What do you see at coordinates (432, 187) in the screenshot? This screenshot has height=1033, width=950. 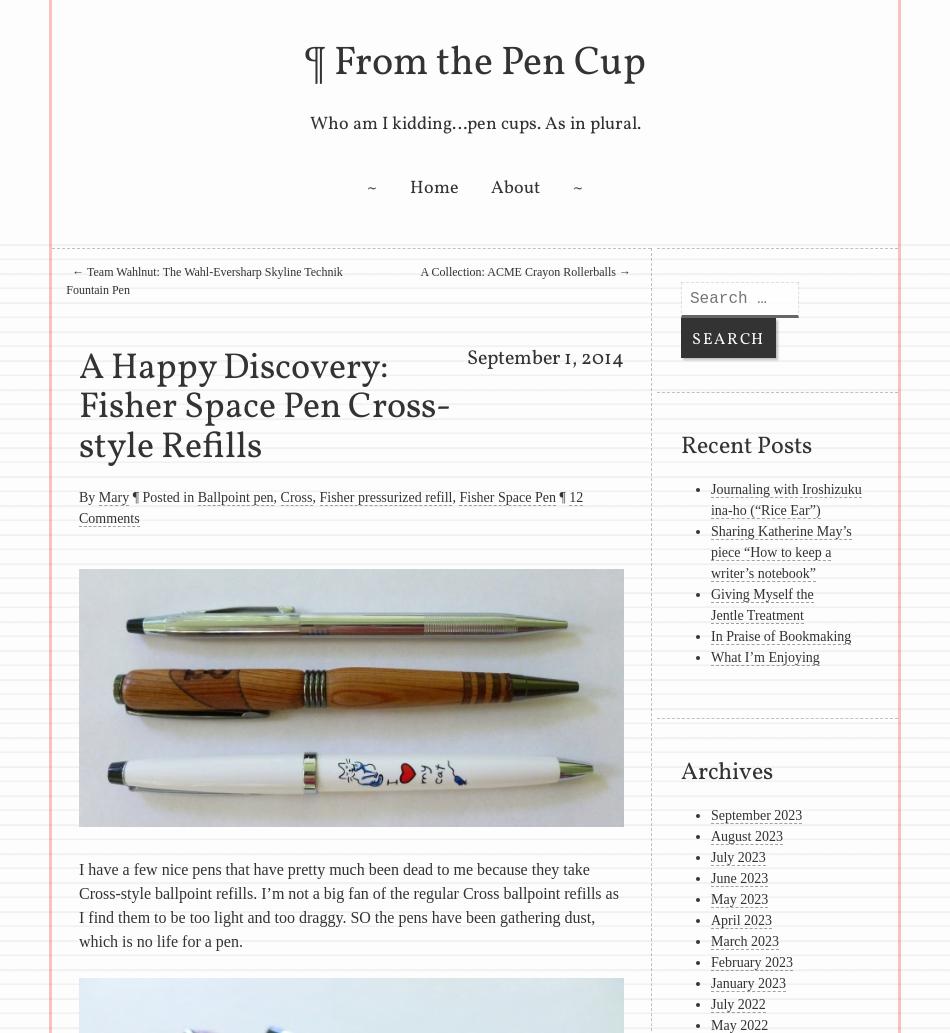 I see `'Home'` at bounding box center [432, 187].